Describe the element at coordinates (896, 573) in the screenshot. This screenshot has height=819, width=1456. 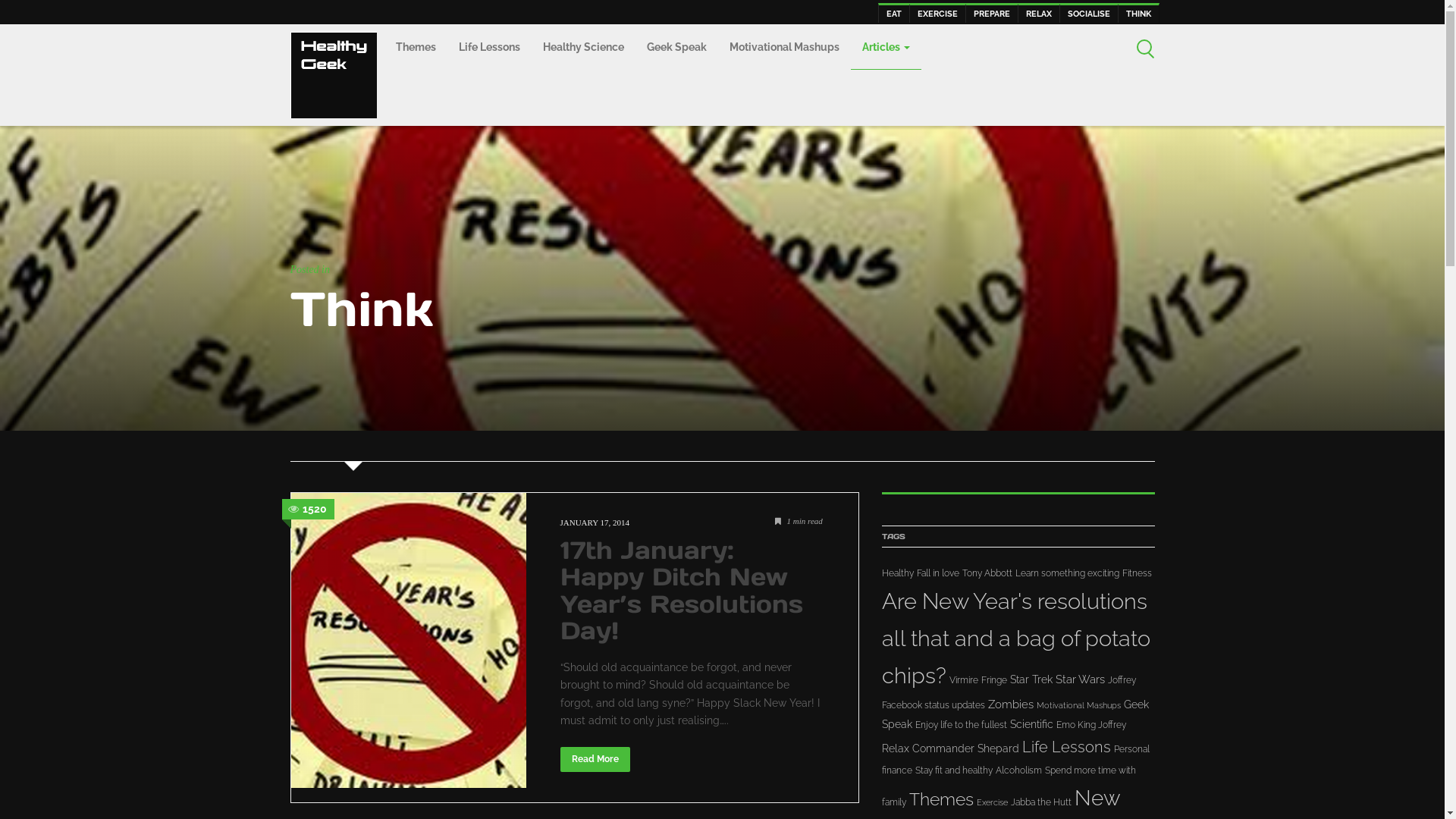
I see `'Healthy'` at that location.